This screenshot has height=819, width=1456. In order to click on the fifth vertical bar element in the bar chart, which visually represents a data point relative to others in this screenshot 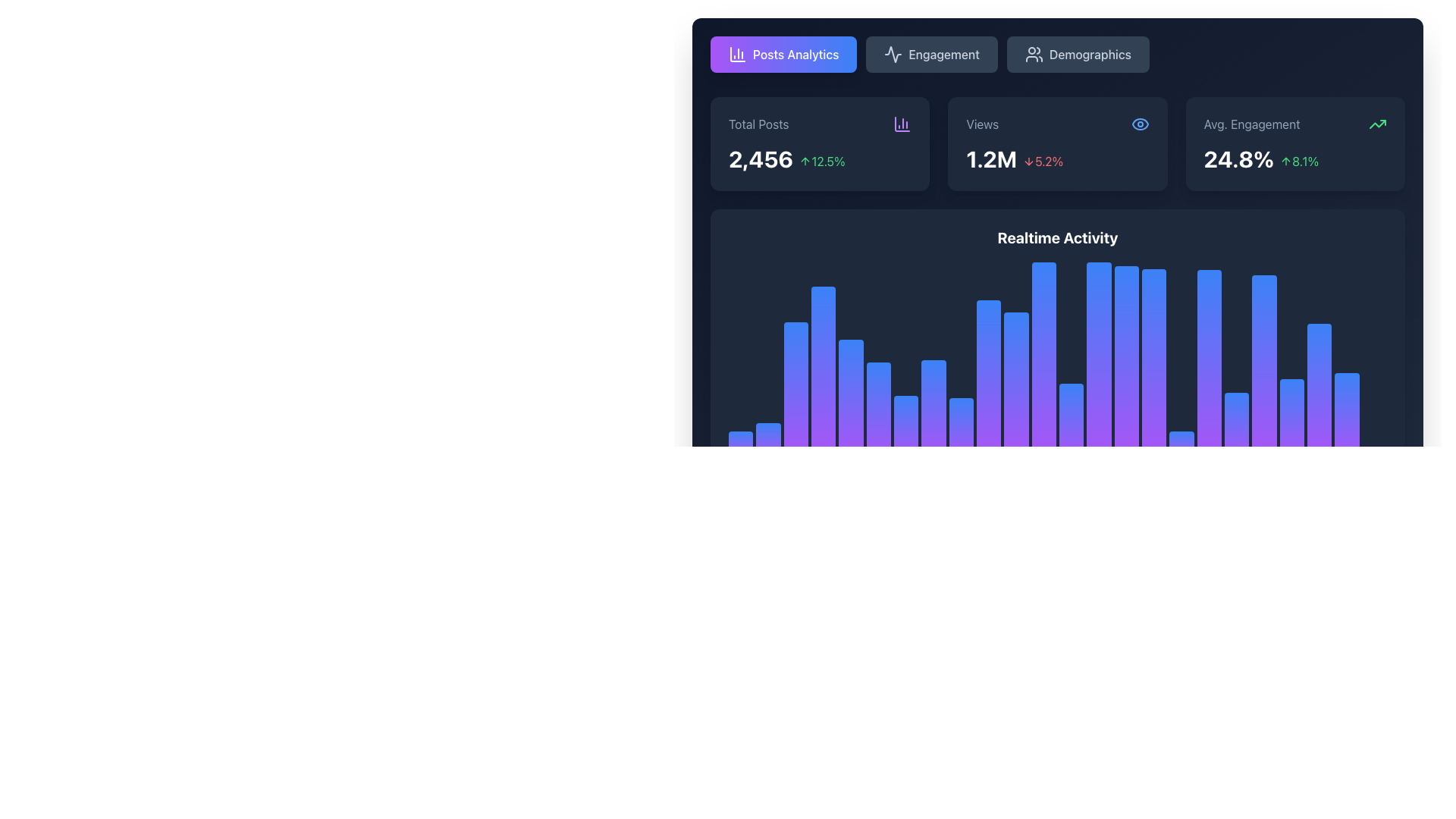, I will do `click(851, 367)`.